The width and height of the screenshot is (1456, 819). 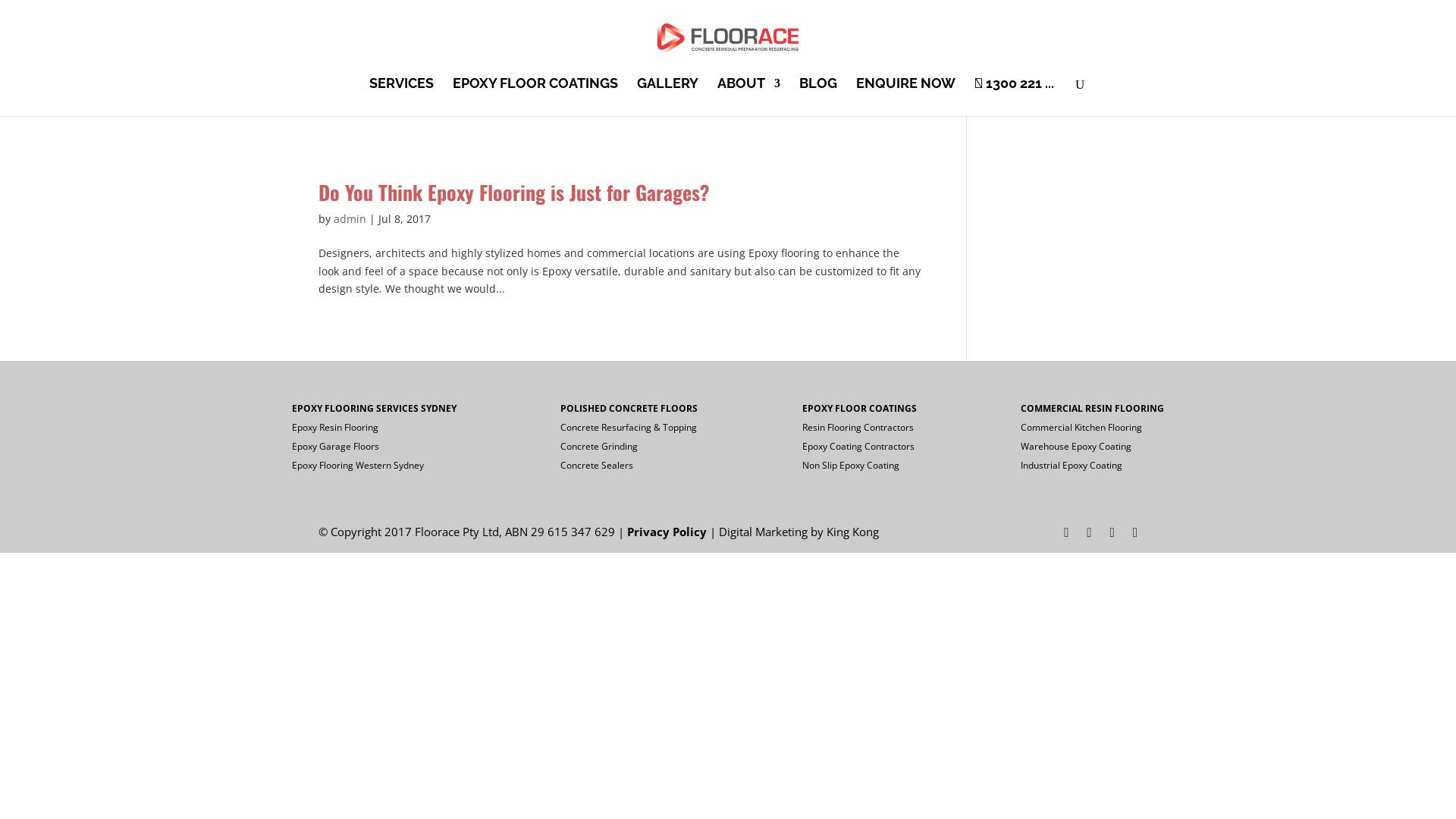 I want to click on 'GALLERY', so click(x=667, y=96).